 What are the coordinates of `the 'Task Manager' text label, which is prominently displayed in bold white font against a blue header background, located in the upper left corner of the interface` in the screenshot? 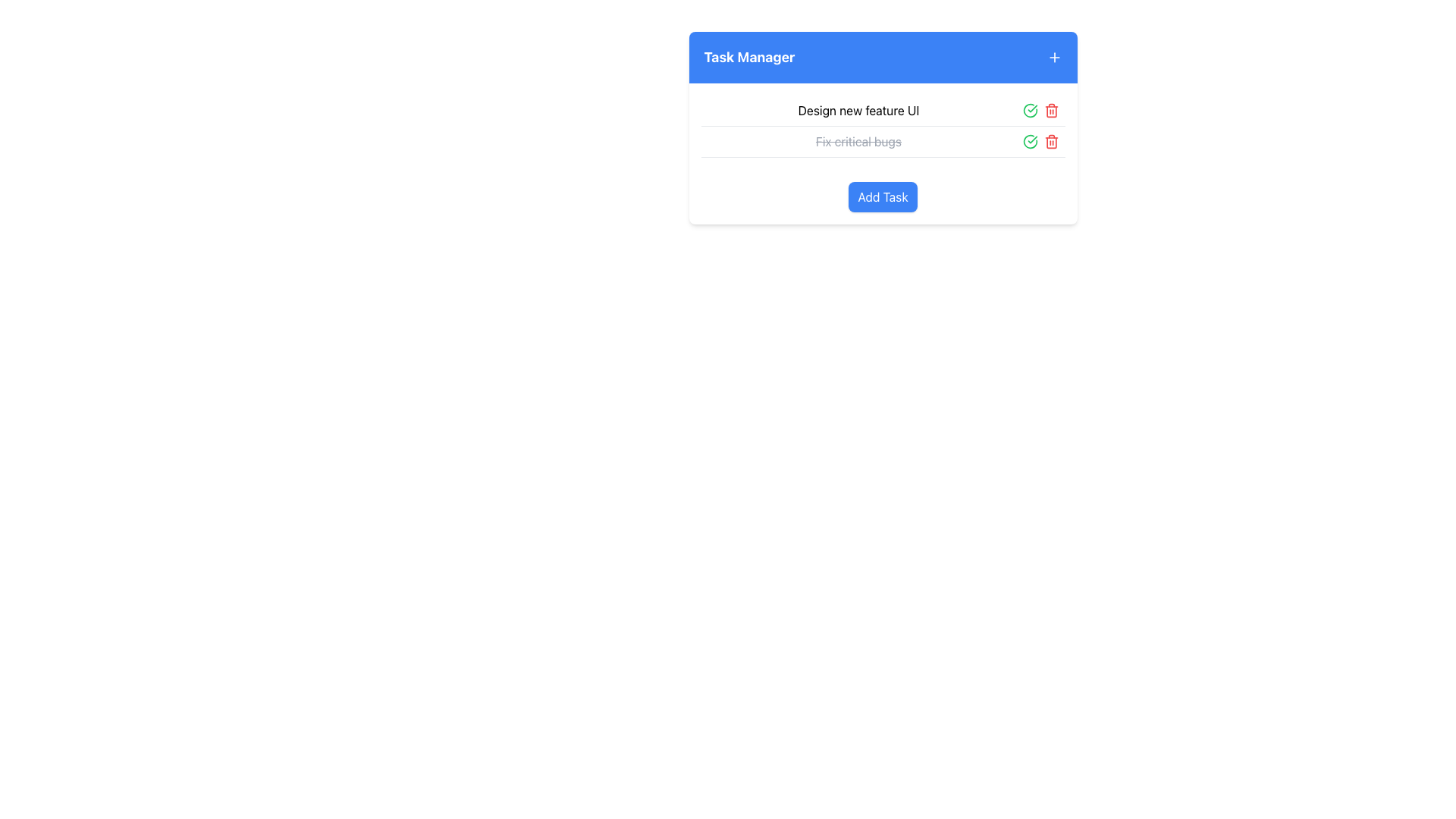 It's located at (749, 57).